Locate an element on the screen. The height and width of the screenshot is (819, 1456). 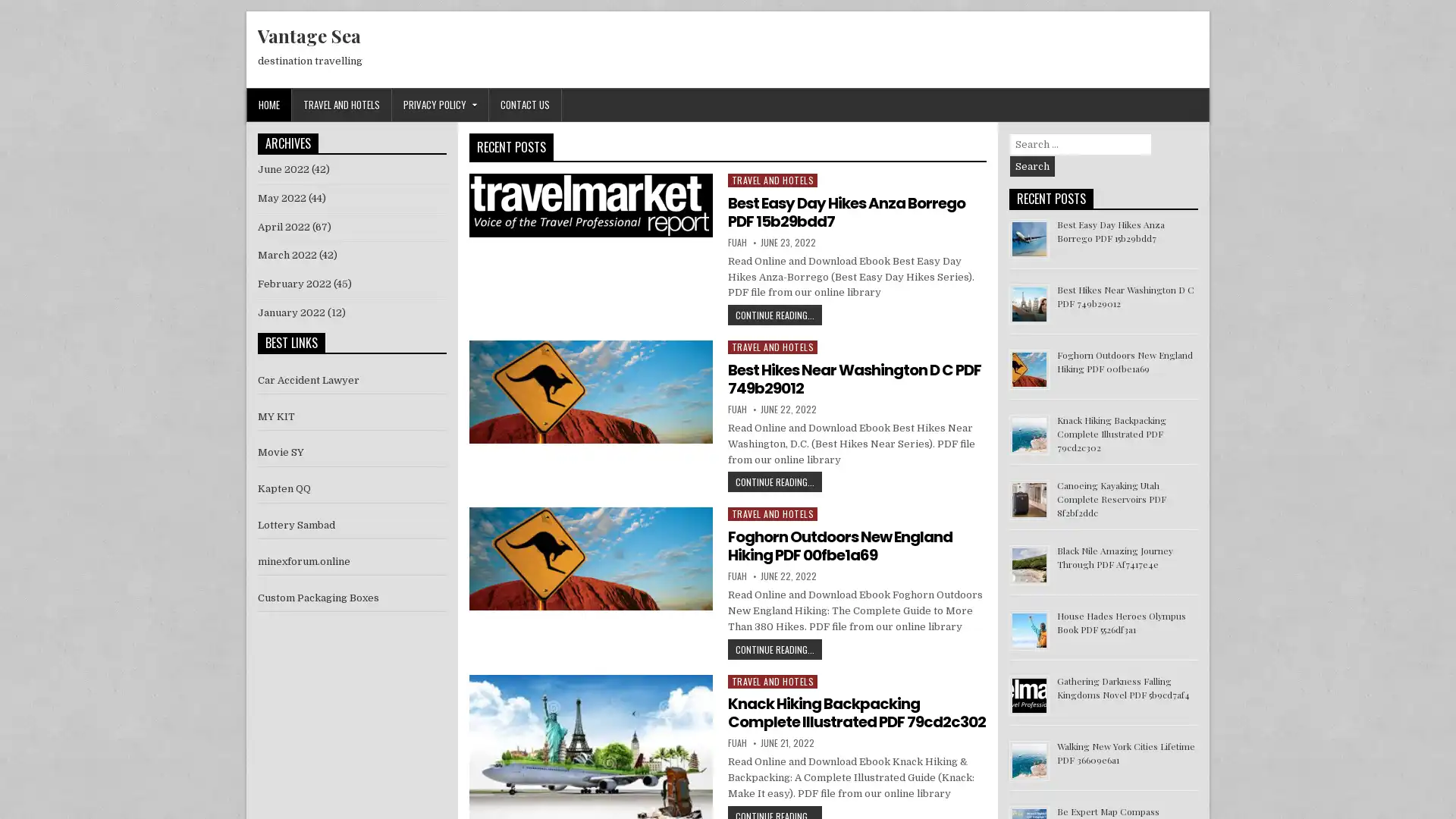
Search is located at coordinates (1031, 166).